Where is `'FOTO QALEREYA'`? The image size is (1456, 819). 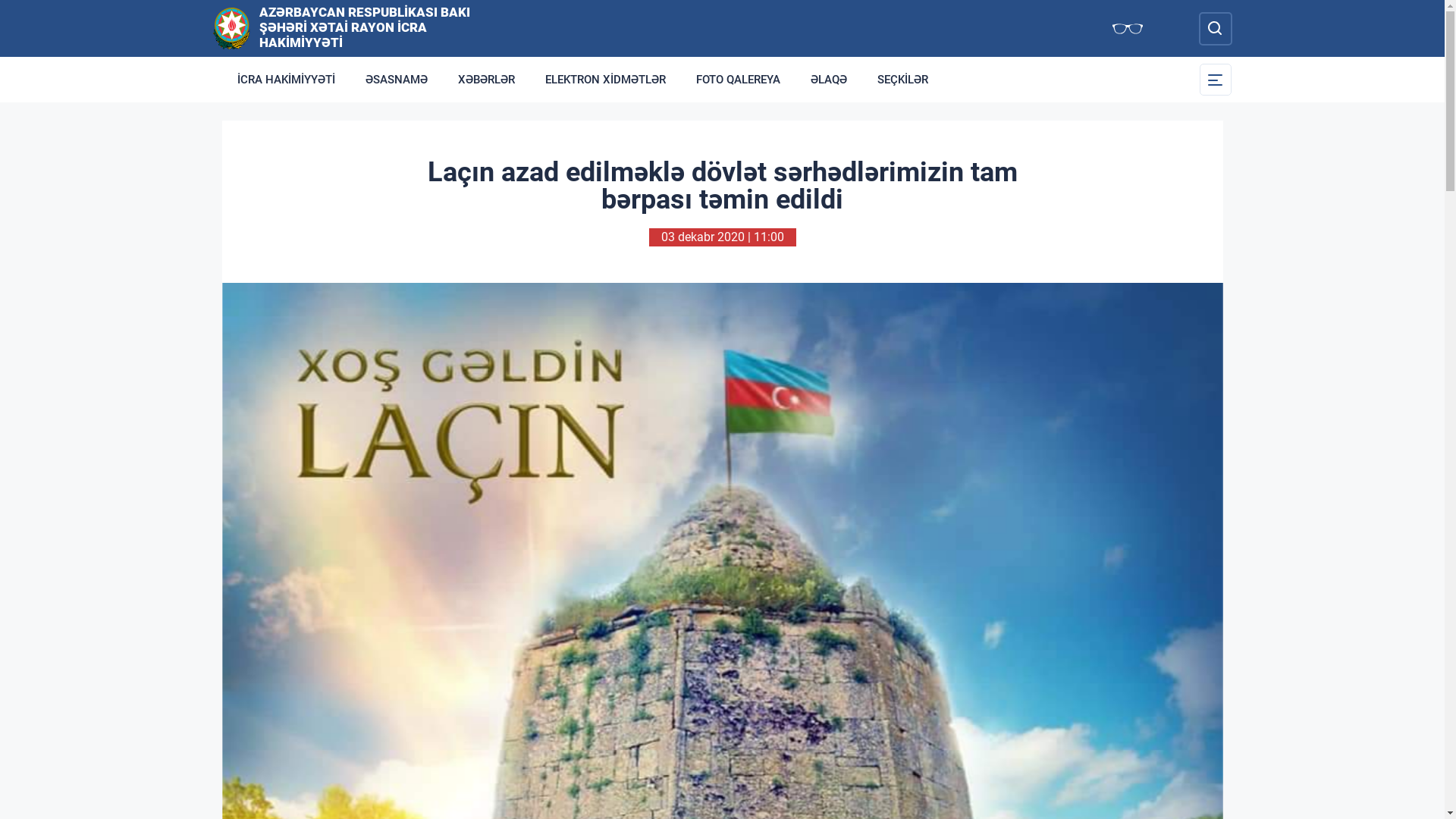
'FOTO QALEREYA' is located at coordinates (738, 79).